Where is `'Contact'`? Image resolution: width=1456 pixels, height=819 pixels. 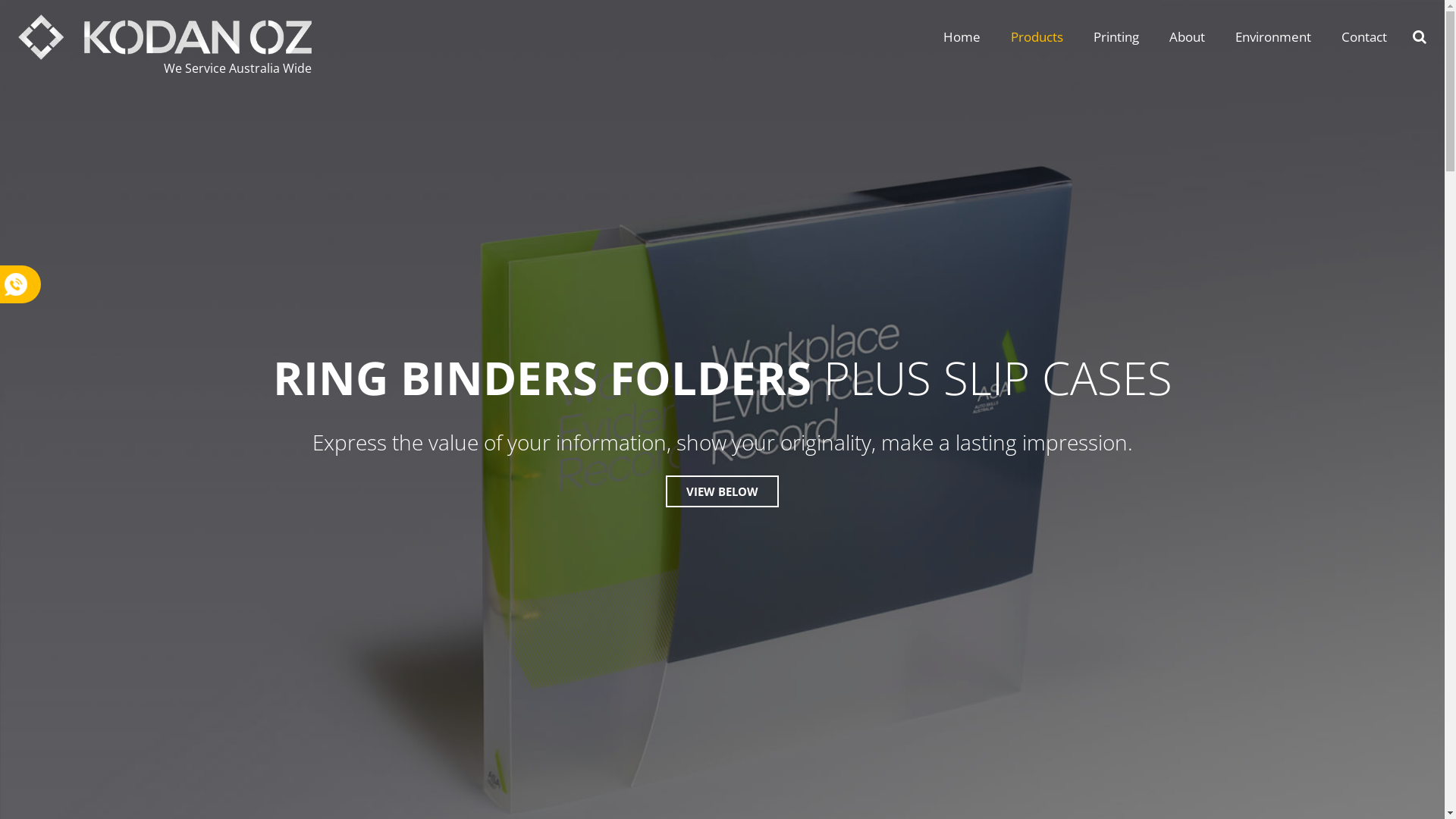 'Contact' is located at coordinates (1325, 36).